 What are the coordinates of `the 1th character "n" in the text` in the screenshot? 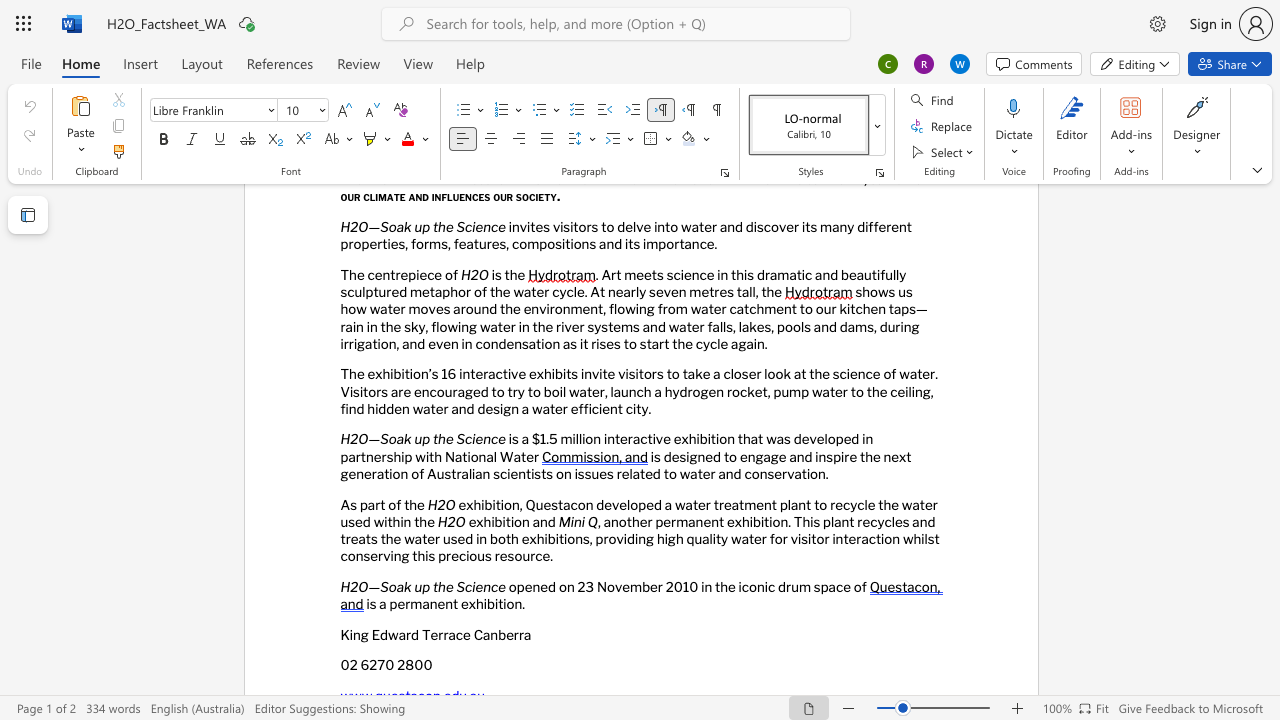 It's located at (487, 585).